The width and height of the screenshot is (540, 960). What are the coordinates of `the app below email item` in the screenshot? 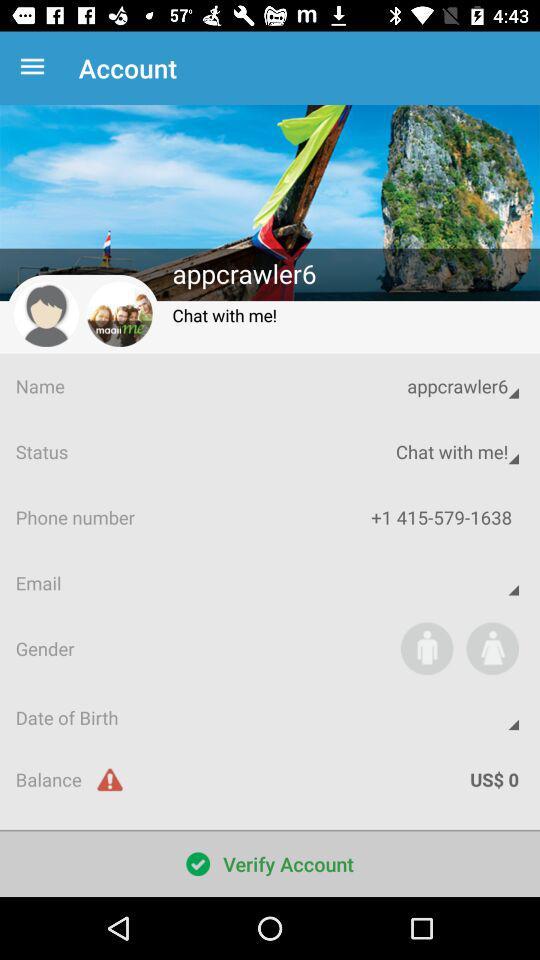 It's located at (491, 647).